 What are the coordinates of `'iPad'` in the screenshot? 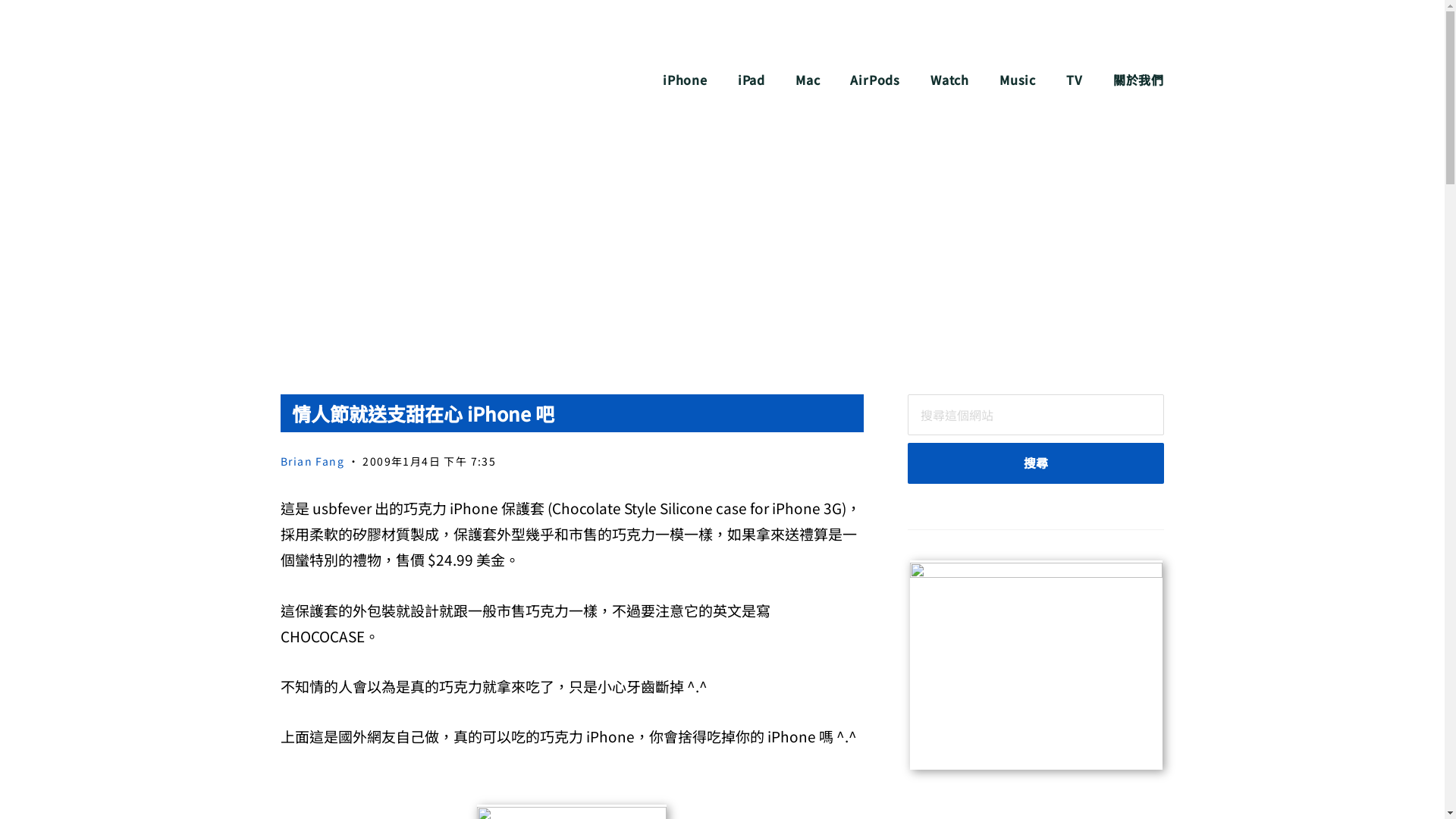 It's located at (751, 80).